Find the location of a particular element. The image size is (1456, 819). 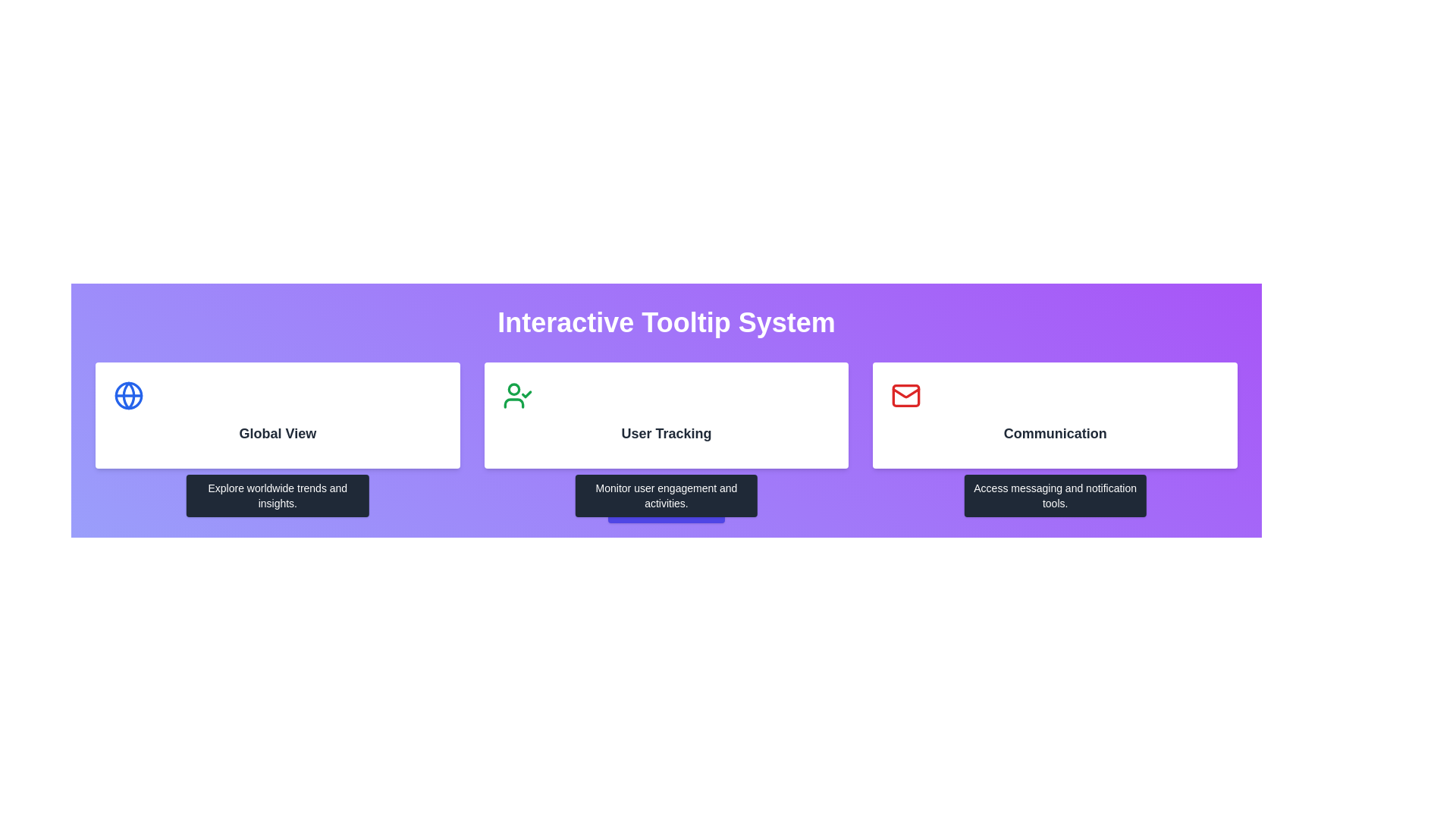

the tooltip visibility toggle button located at the bottom of the interface to observe the interaction effect is located at coordinates (666, 508).